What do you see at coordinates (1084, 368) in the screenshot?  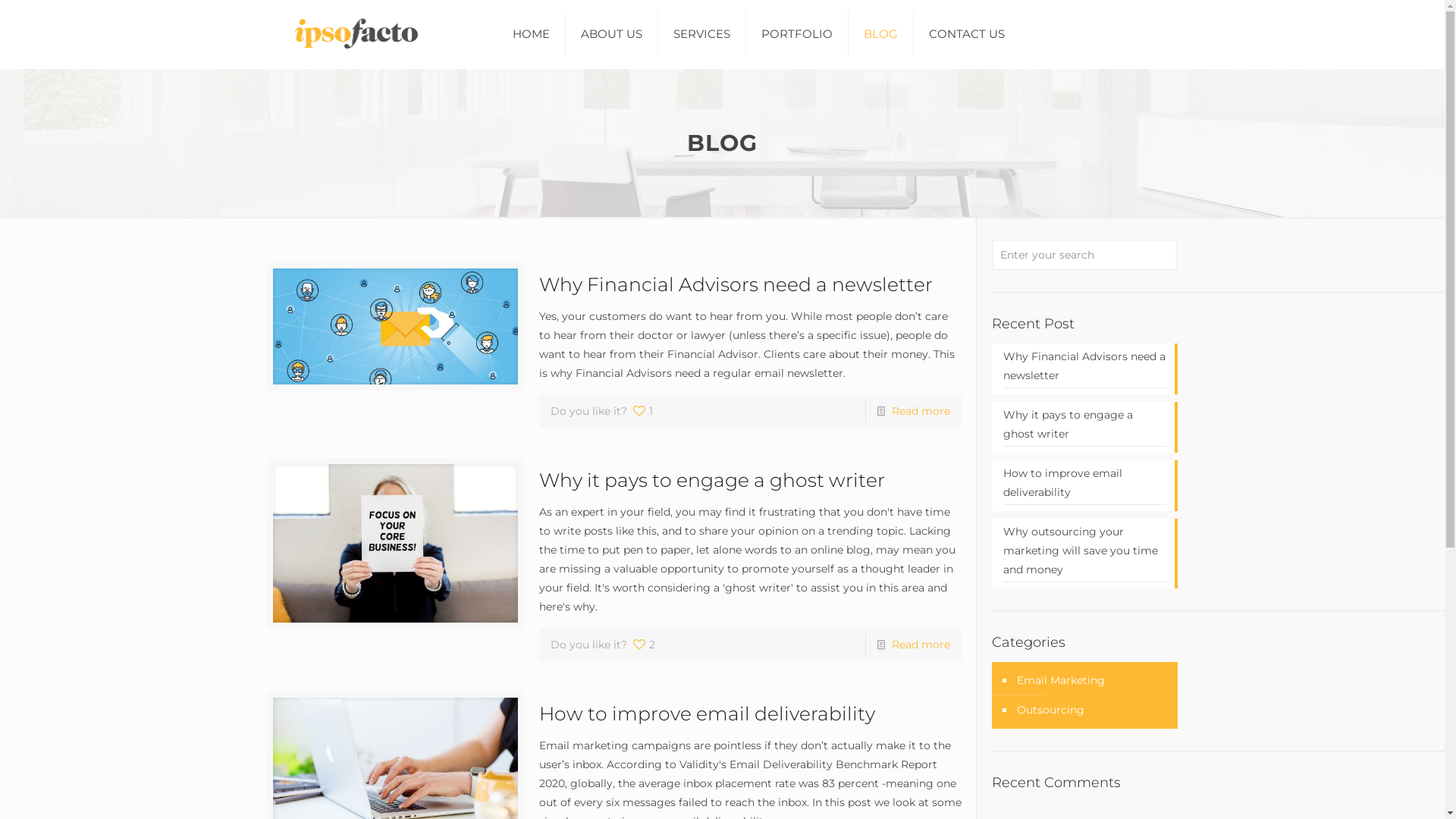 I see `'Why Financial Advisors need a newsletter'` at bounding box center [1084, 368].